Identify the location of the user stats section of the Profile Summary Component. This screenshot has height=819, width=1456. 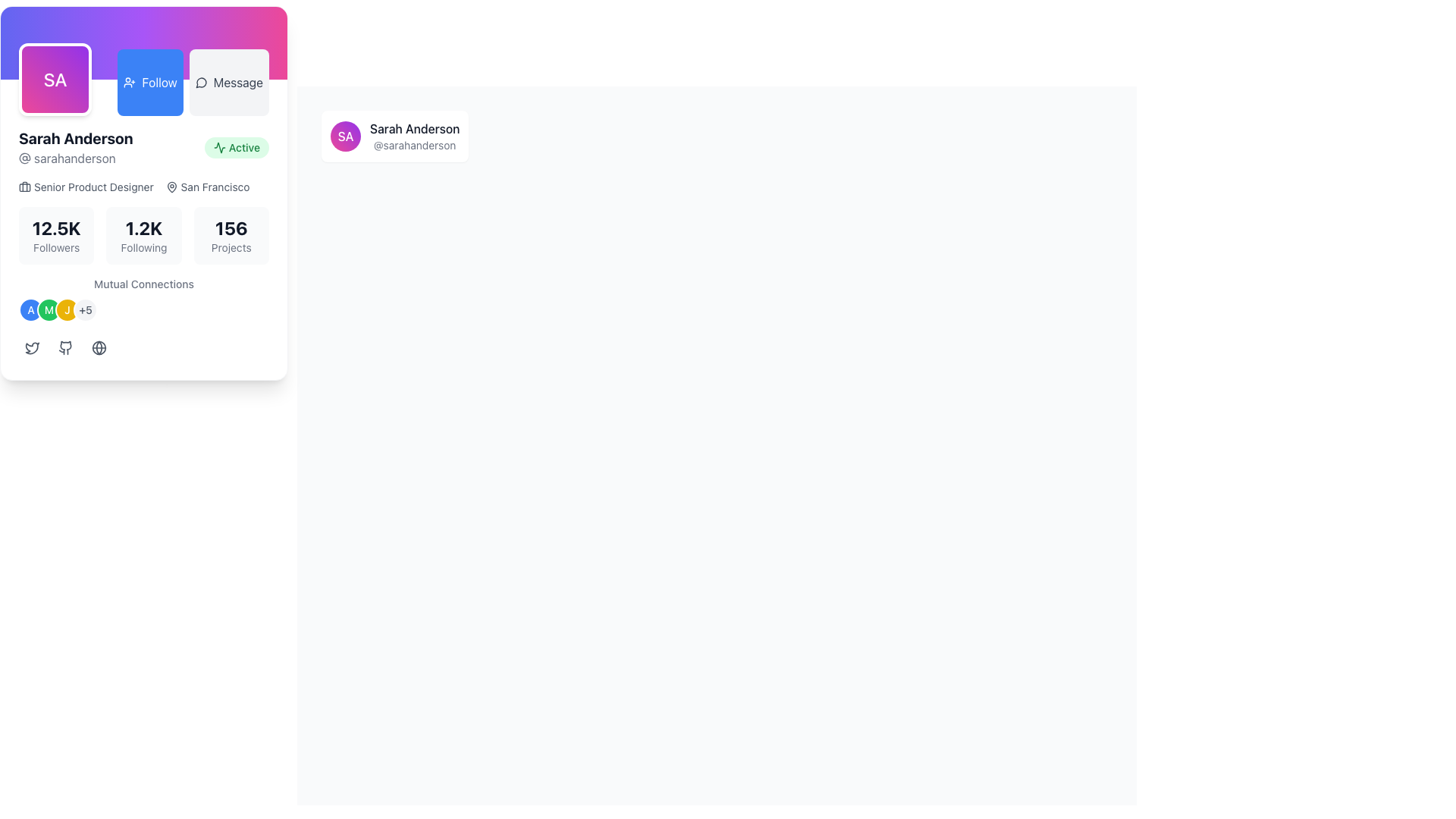
(144, 244).